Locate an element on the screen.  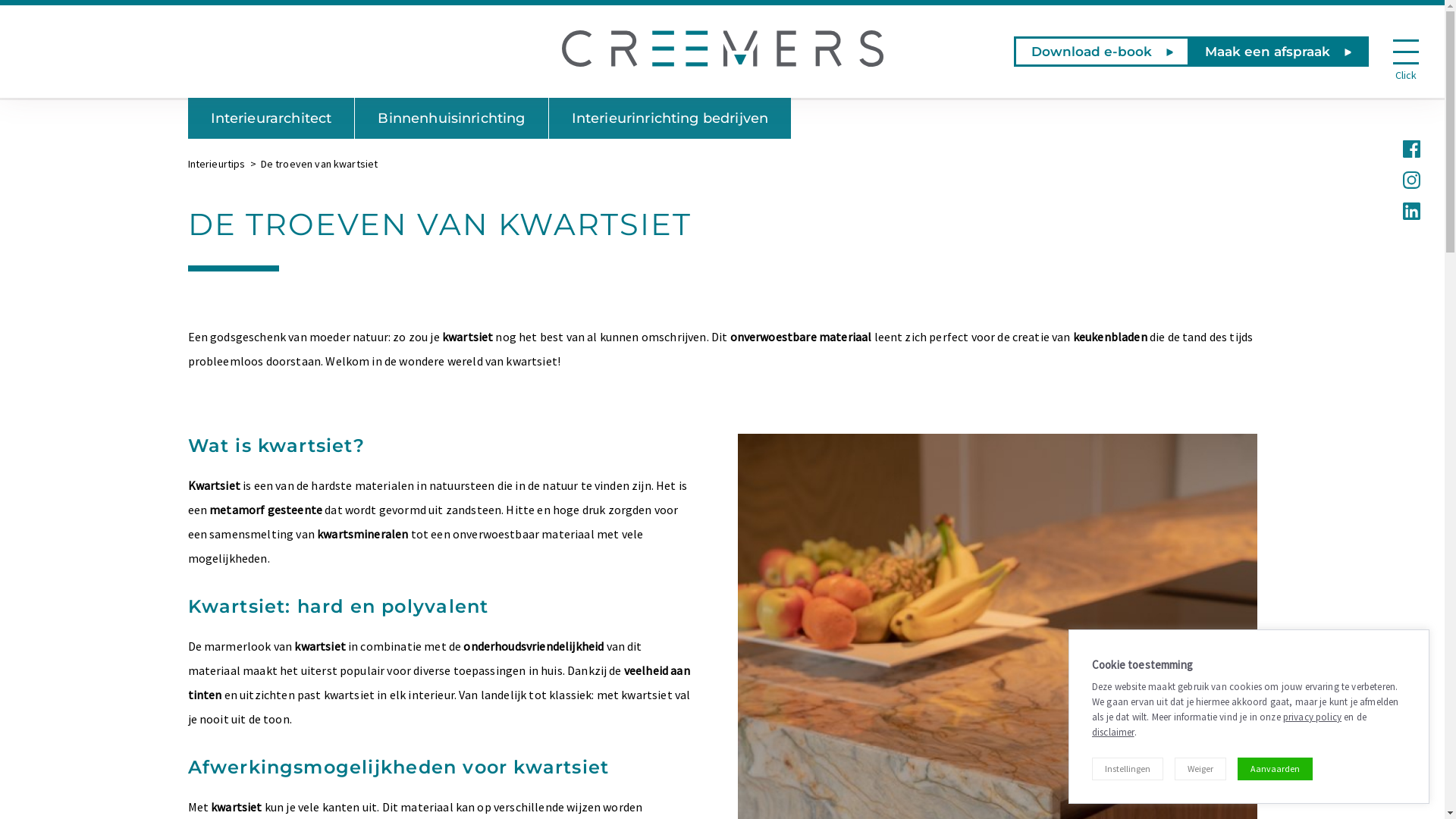
'Download e-book' is located at coordinates (1014, 51).